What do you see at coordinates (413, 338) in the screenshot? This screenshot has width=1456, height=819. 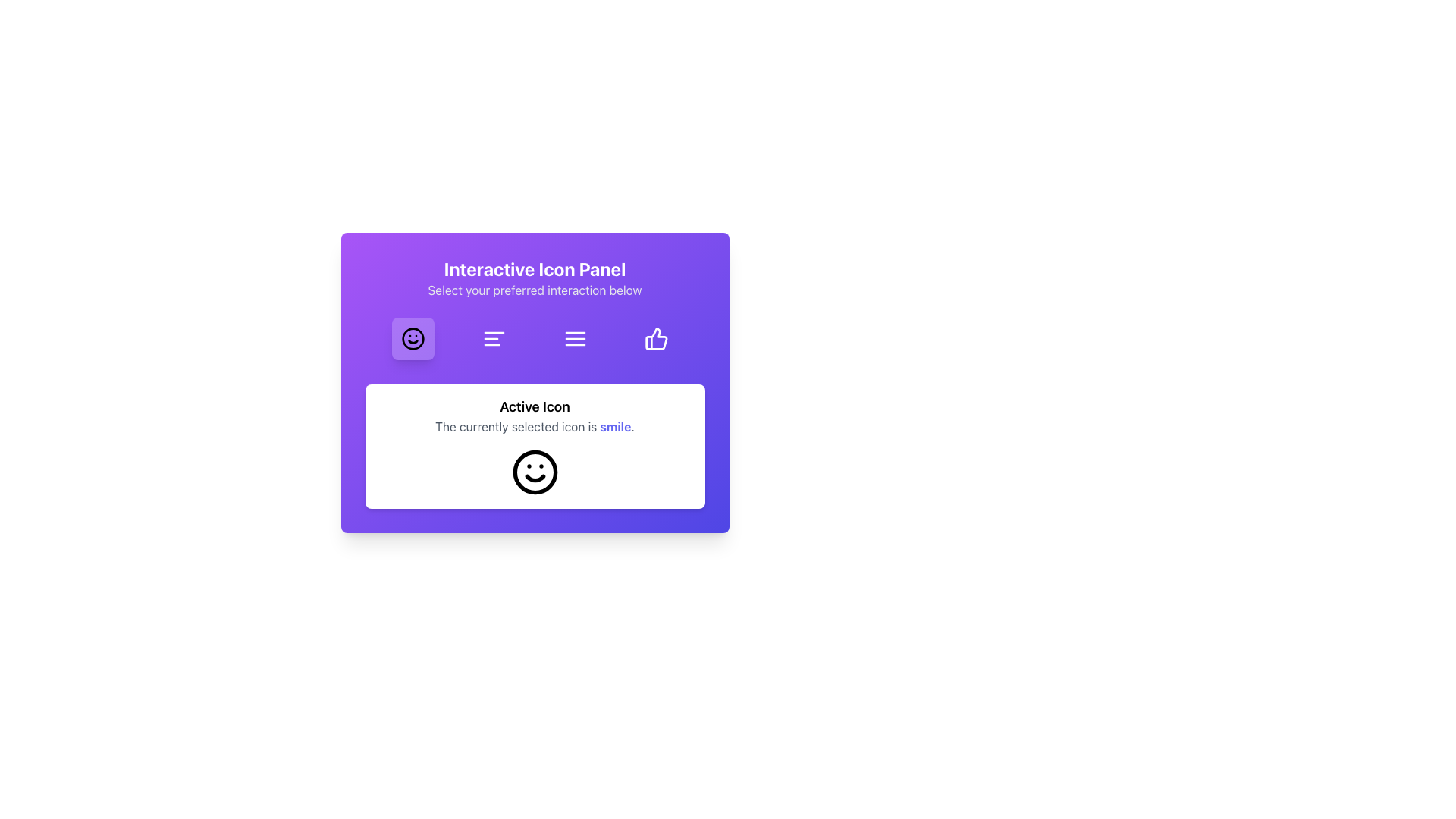 I see `the leftmost button in the Interactive Icon Panel` at bounding box center [413, 338].